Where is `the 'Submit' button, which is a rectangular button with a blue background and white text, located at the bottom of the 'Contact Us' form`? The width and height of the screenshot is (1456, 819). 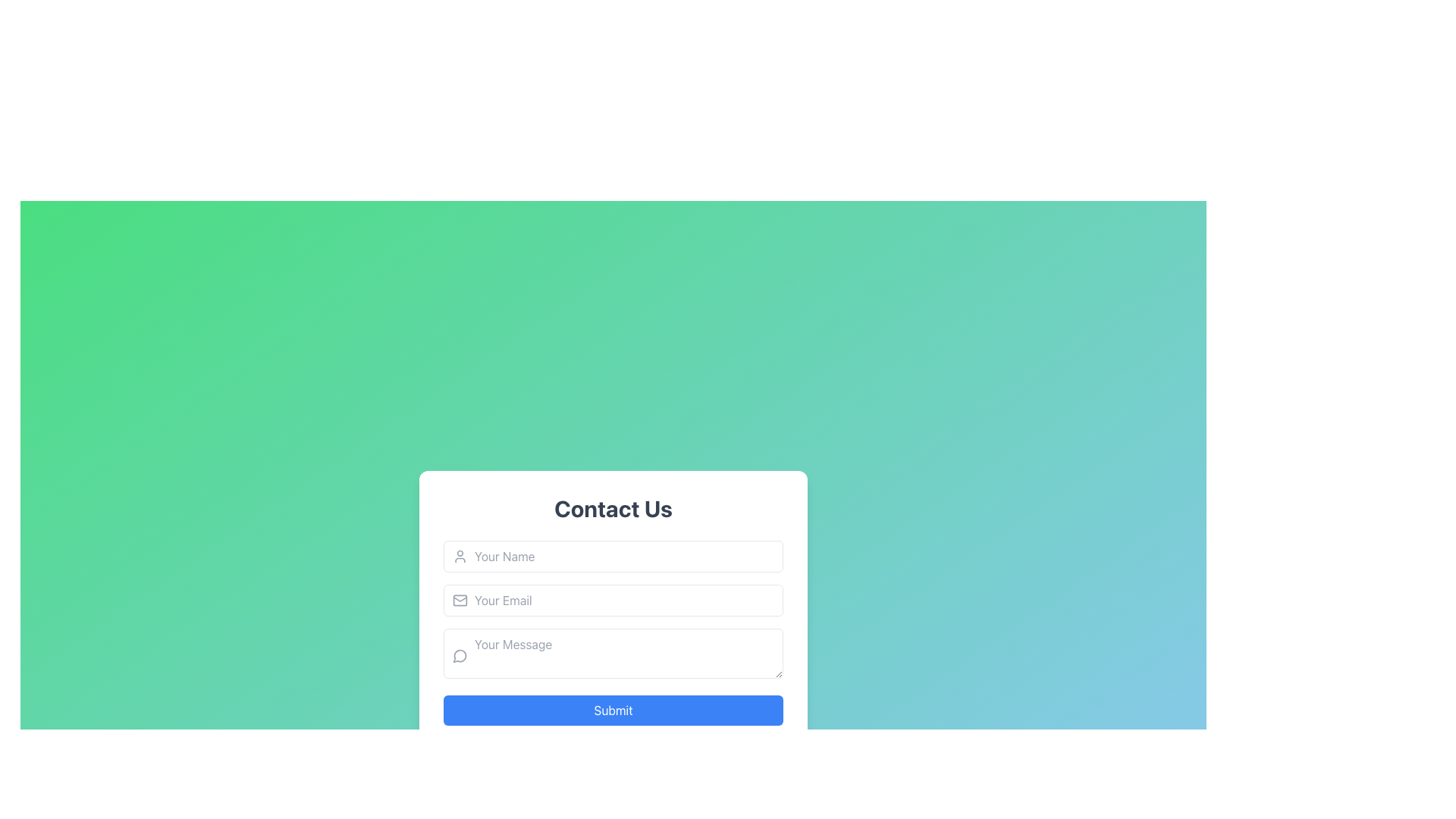
the 'Submit' button, which is a rectangular button with a blue background and white text, located at the bottom of the 'Contact Us' form is located at coordinates (613, 711).